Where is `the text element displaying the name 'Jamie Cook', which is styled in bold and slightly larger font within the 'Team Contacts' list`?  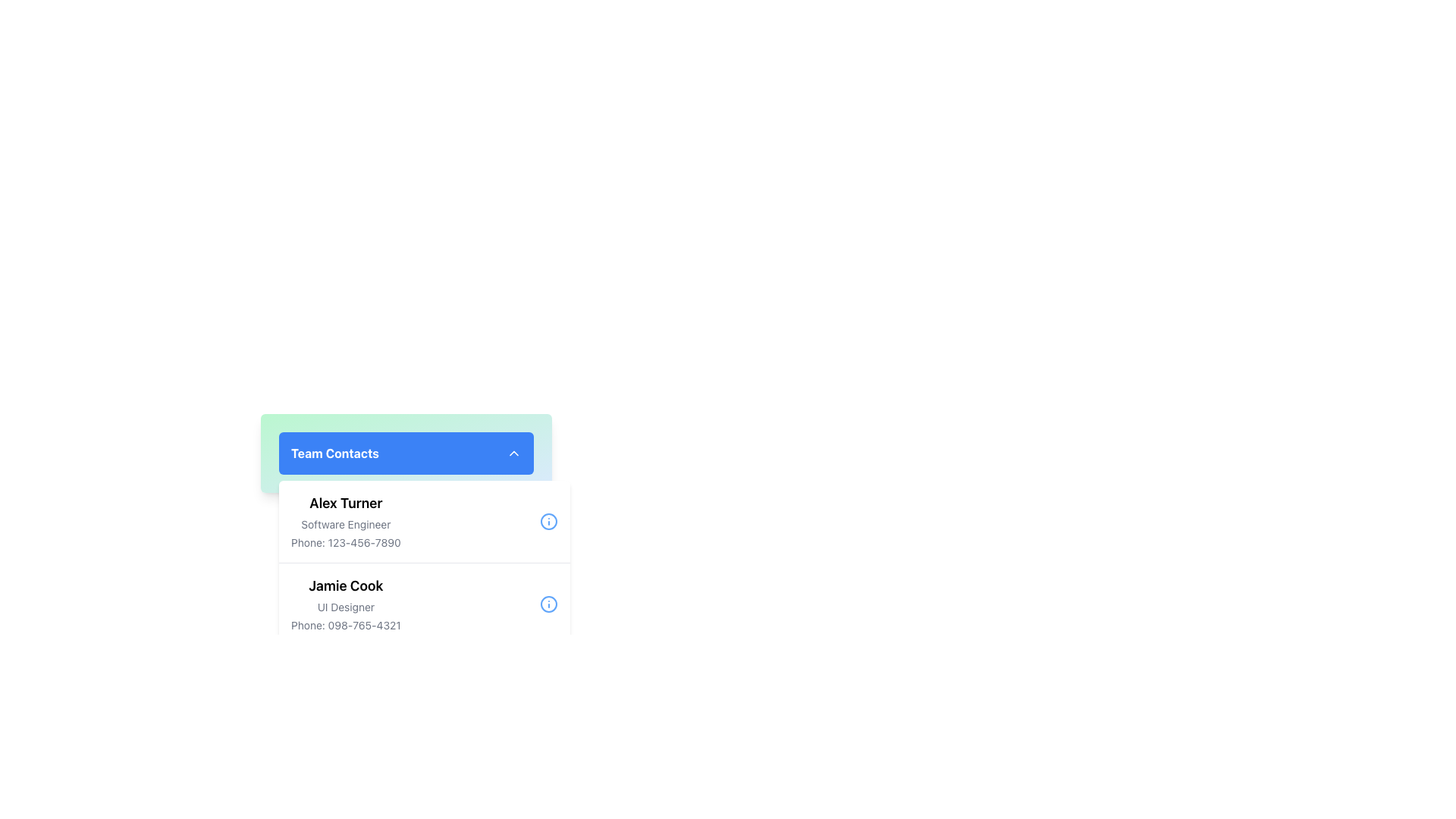
the text element displaying the name 'Jamie Cook', which is styled in bold and slightly larger font within the 'Team Contacts' list is located at coordinates (345, 585).